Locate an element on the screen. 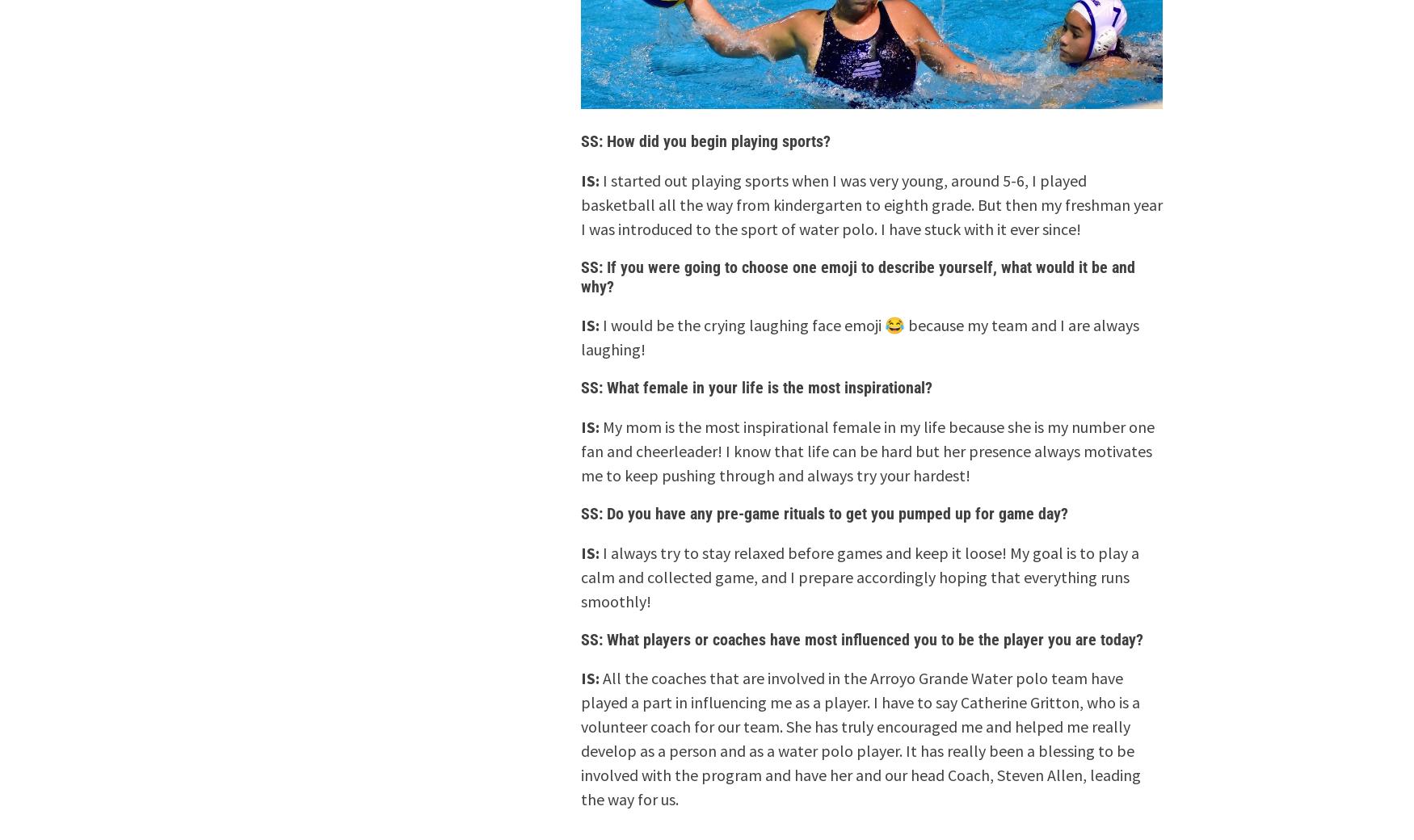 The height and width of the screenshot is (840, 1414). 'My mom is the most inspirational female in my life because she is my number one fan and cheerleader! I know that life can be hard but her presence always motivates me to keep pushing through and always try your hardest!' is located at coordinates (867, 450).